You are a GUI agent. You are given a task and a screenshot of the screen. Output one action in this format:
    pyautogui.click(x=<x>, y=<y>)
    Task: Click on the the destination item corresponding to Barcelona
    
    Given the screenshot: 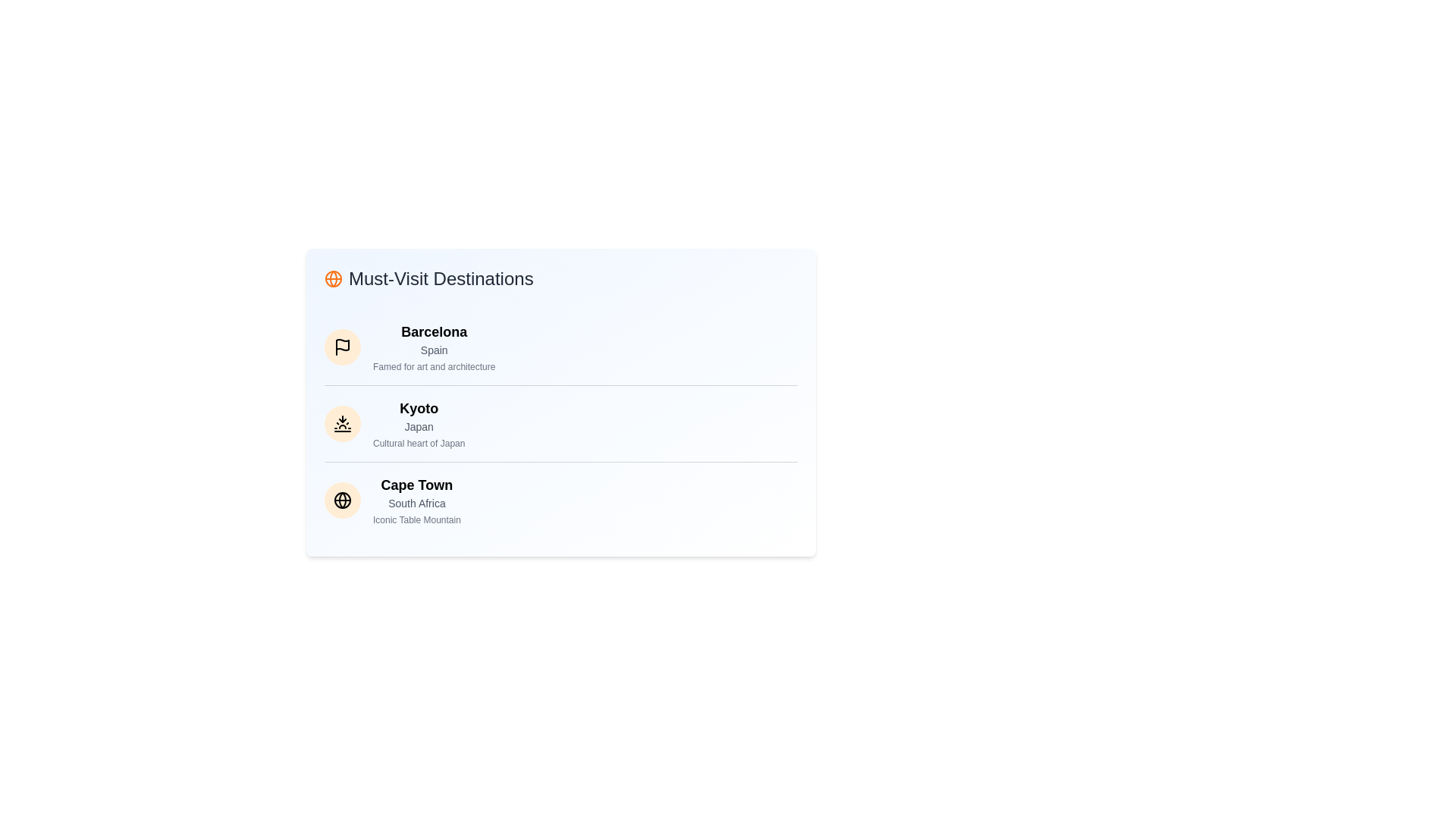 What is the action you would take?
    pyautogui.click(x=341, y=347)
    